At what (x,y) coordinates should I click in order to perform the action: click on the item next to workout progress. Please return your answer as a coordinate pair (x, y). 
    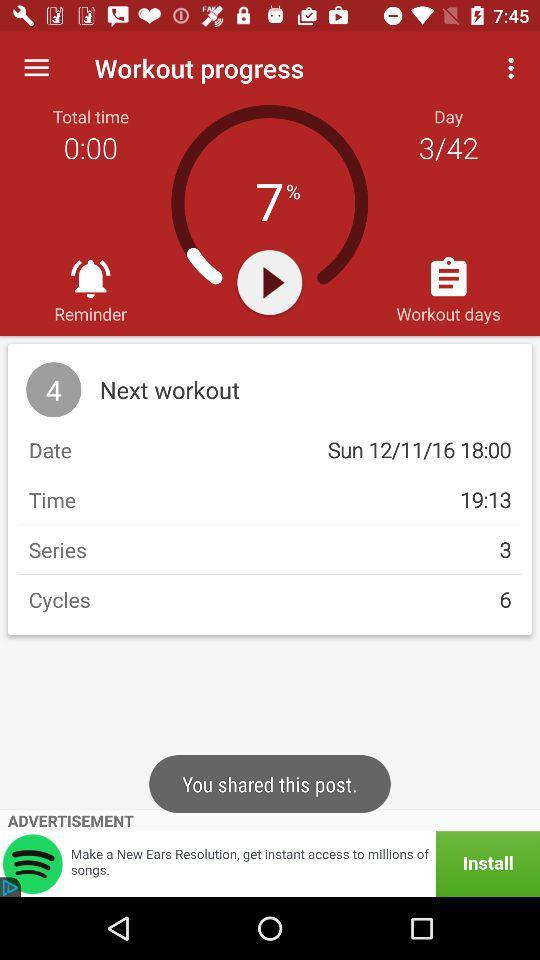
    Looking at the image, I should click on (36, 68).